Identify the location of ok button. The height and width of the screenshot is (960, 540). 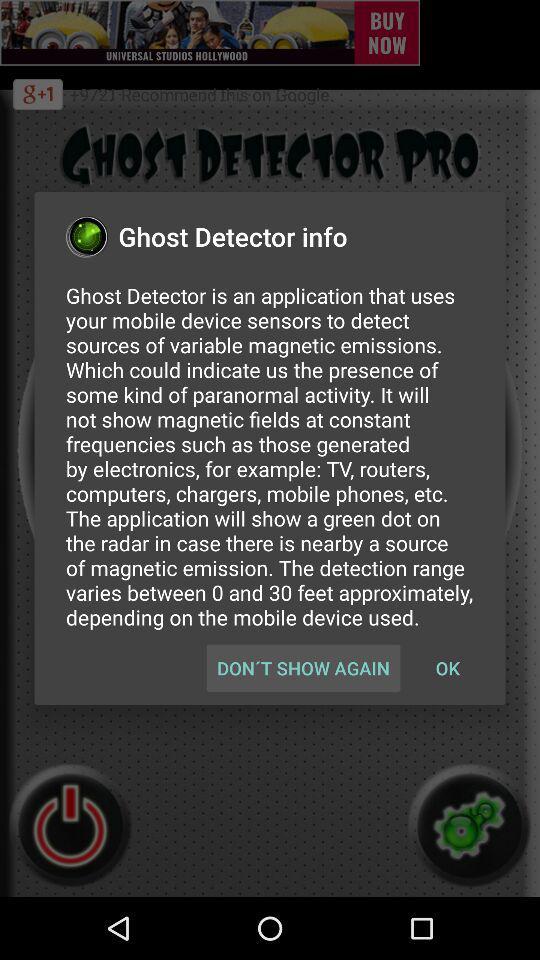
(447, 668).